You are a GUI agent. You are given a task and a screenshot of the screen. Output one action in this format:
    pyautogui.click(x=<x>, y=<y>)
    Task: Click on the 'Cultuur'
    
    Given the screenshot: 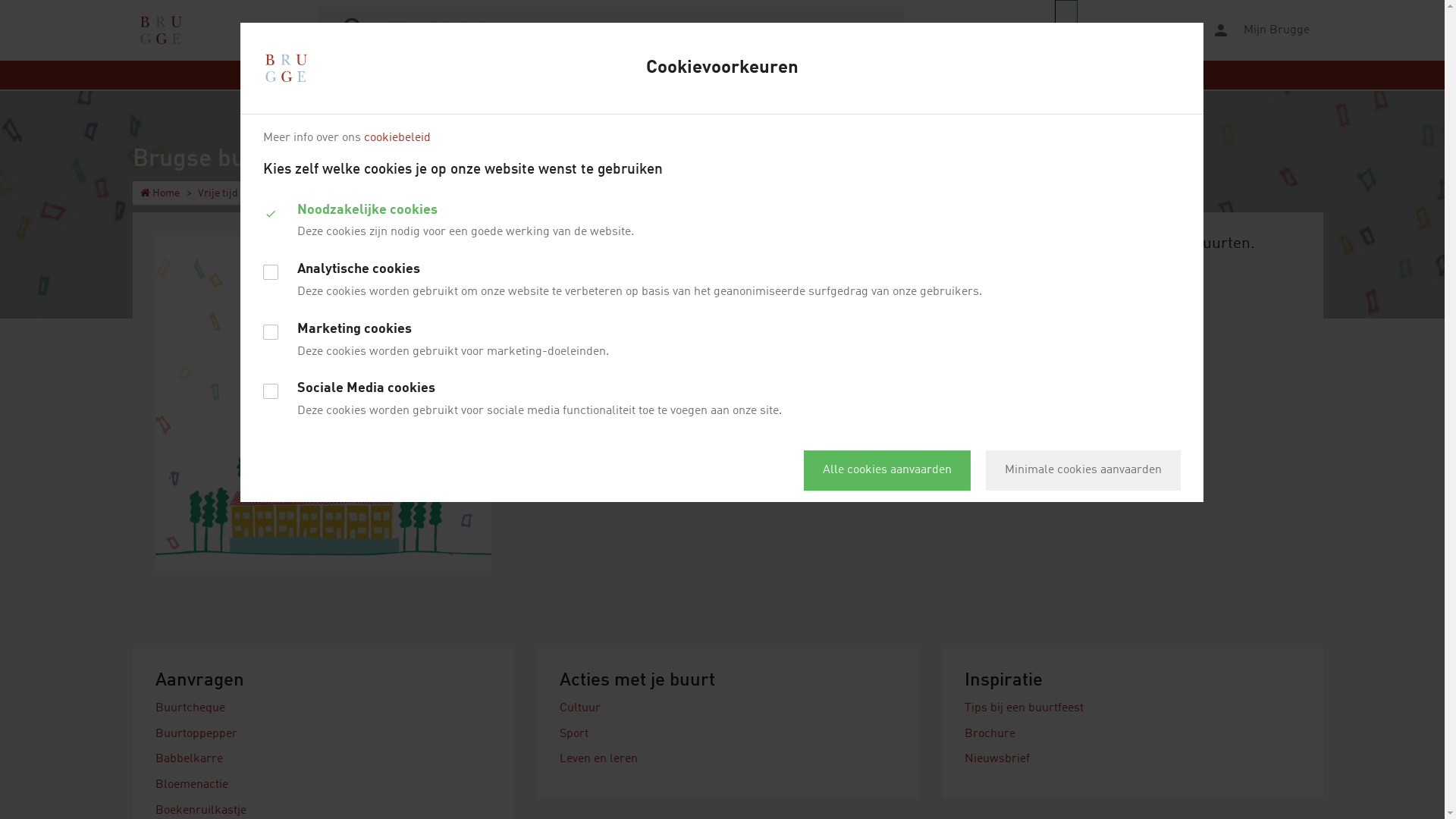 What is the action you would take?
    pyautogui.click(x=579, y=708)
    